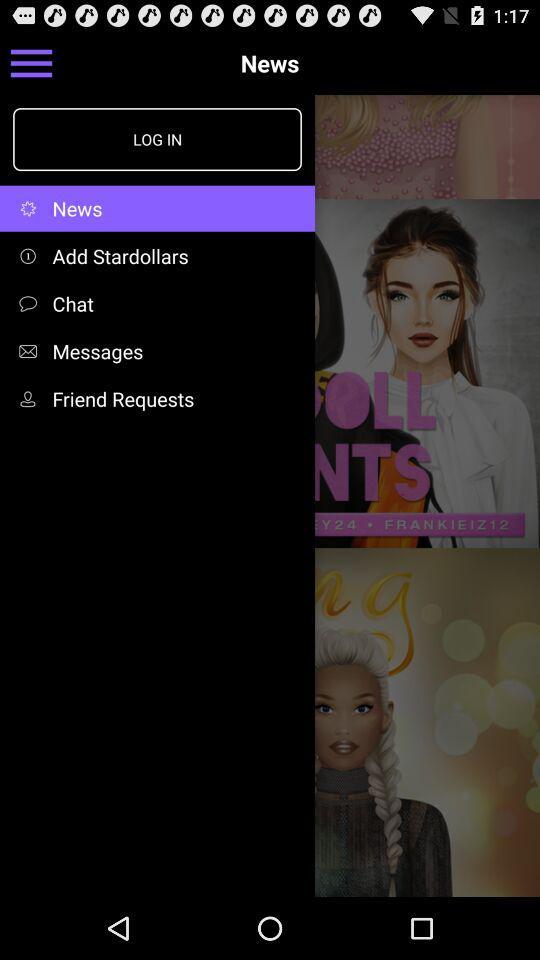 Image resolution: width=540 pixels, height=960 pixels. What do you see at coordinates (31, 397) in the screenshot?
I see `the icon beside friend requests` at bounding box center [31, 397].